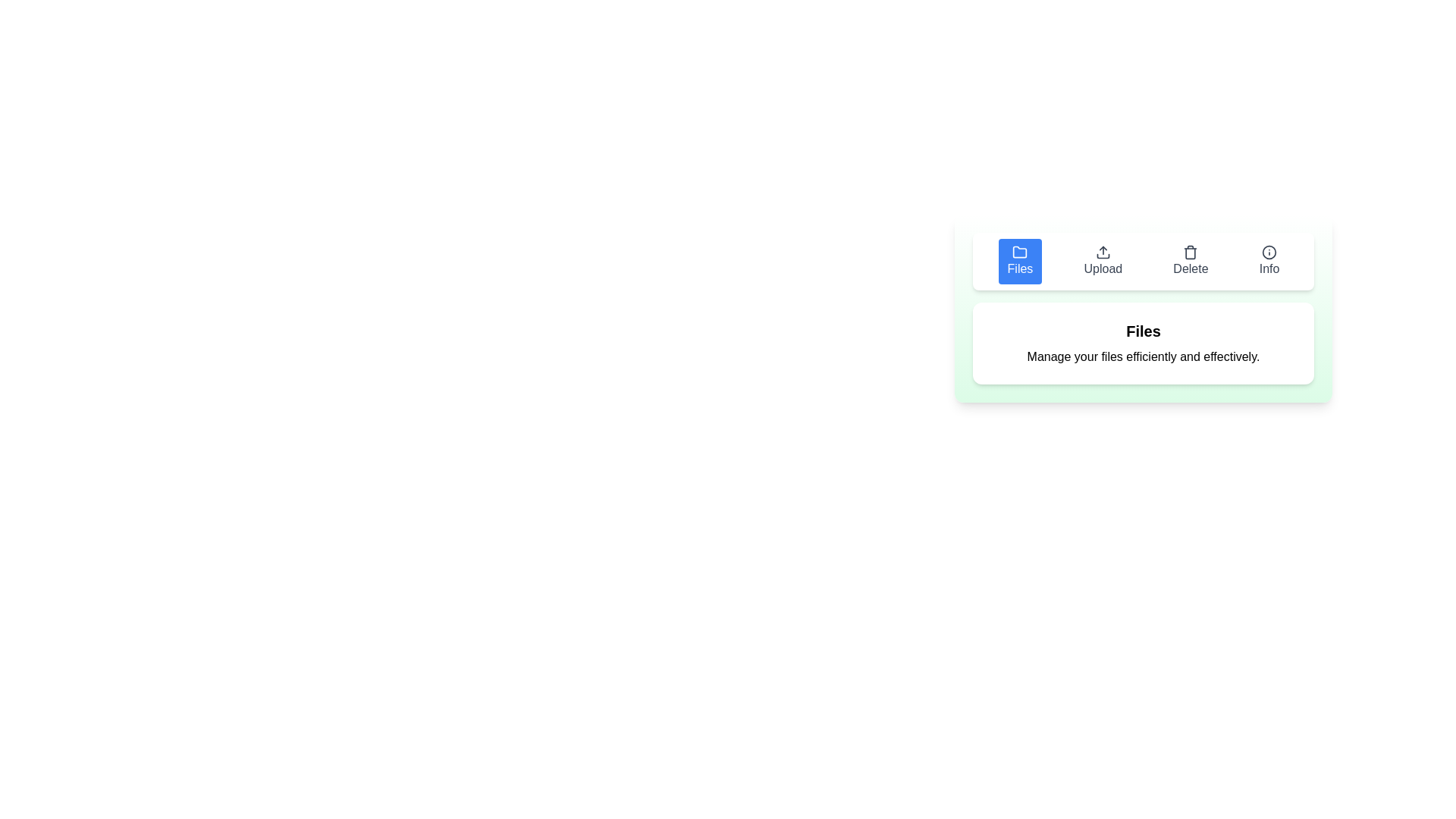 The image size is (1456, 819). I want to click on the Info tab by clicking on it, so click(1269, 260).